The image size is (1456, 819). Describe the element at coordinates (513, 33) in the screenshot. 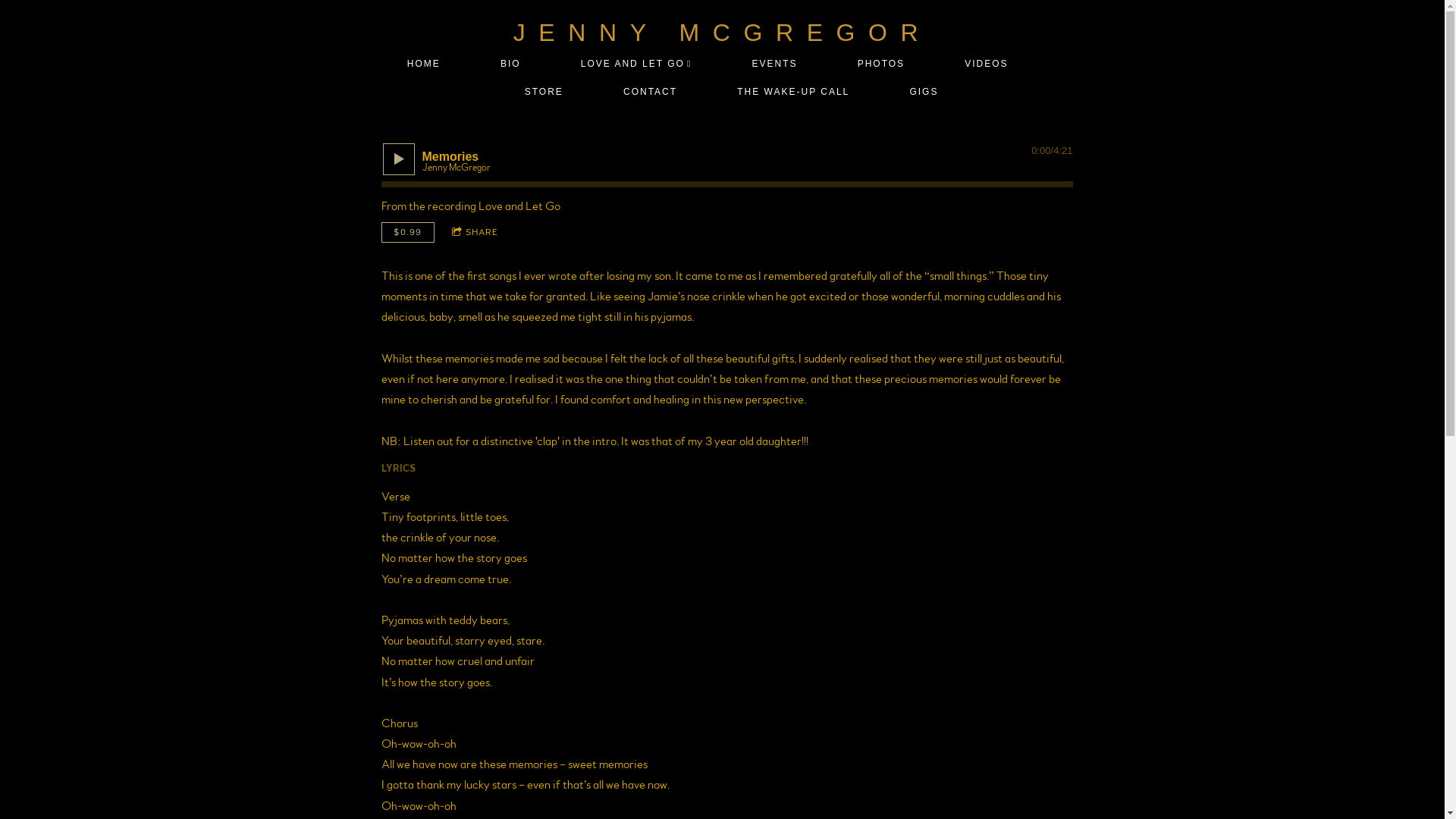

I see `'JENNY MCGREGOR'` at that location.